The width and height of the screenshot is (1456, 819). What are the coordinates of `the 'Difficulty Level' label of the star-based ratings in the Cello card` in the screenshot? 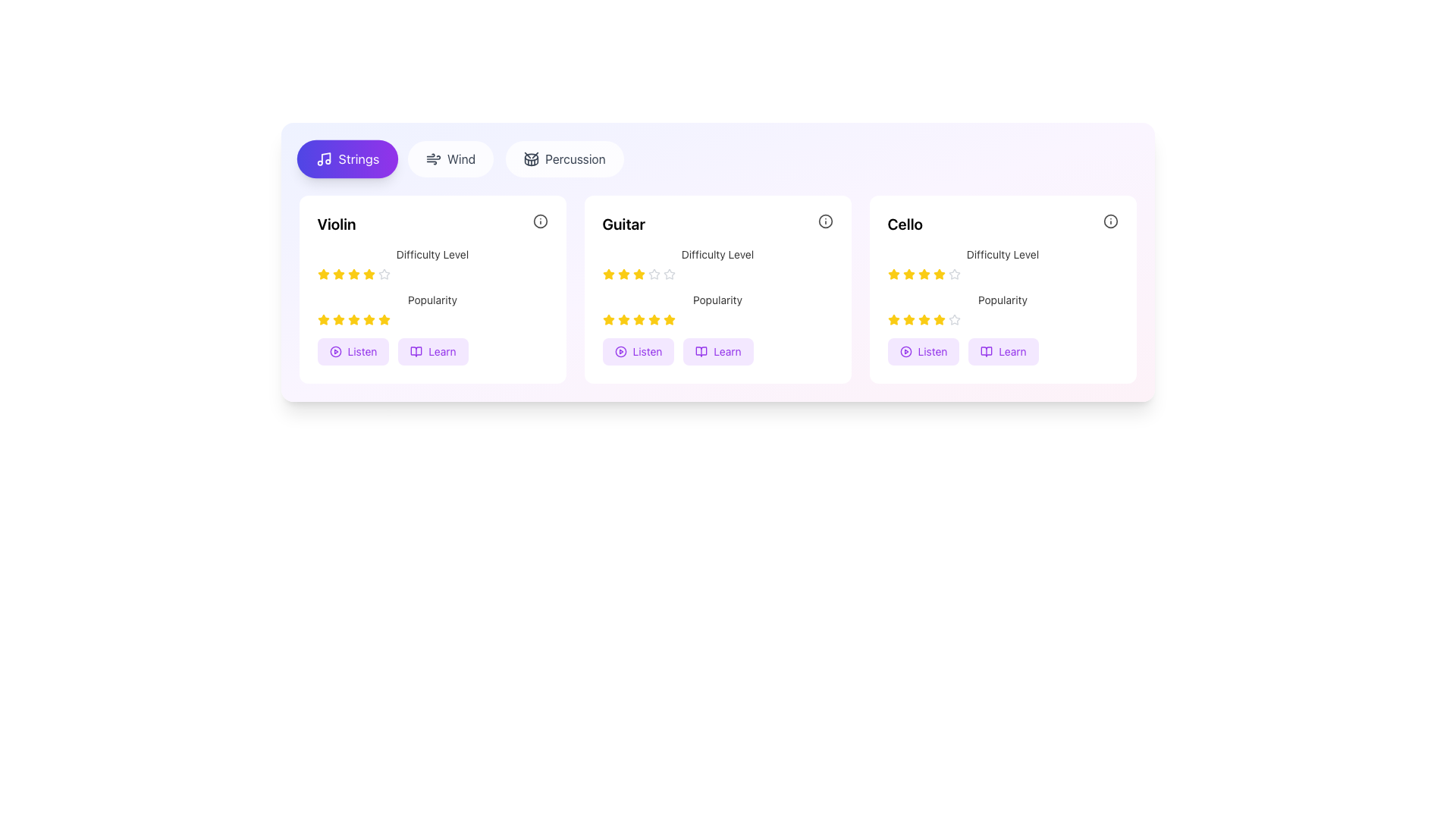 It's located at (1003, 262).